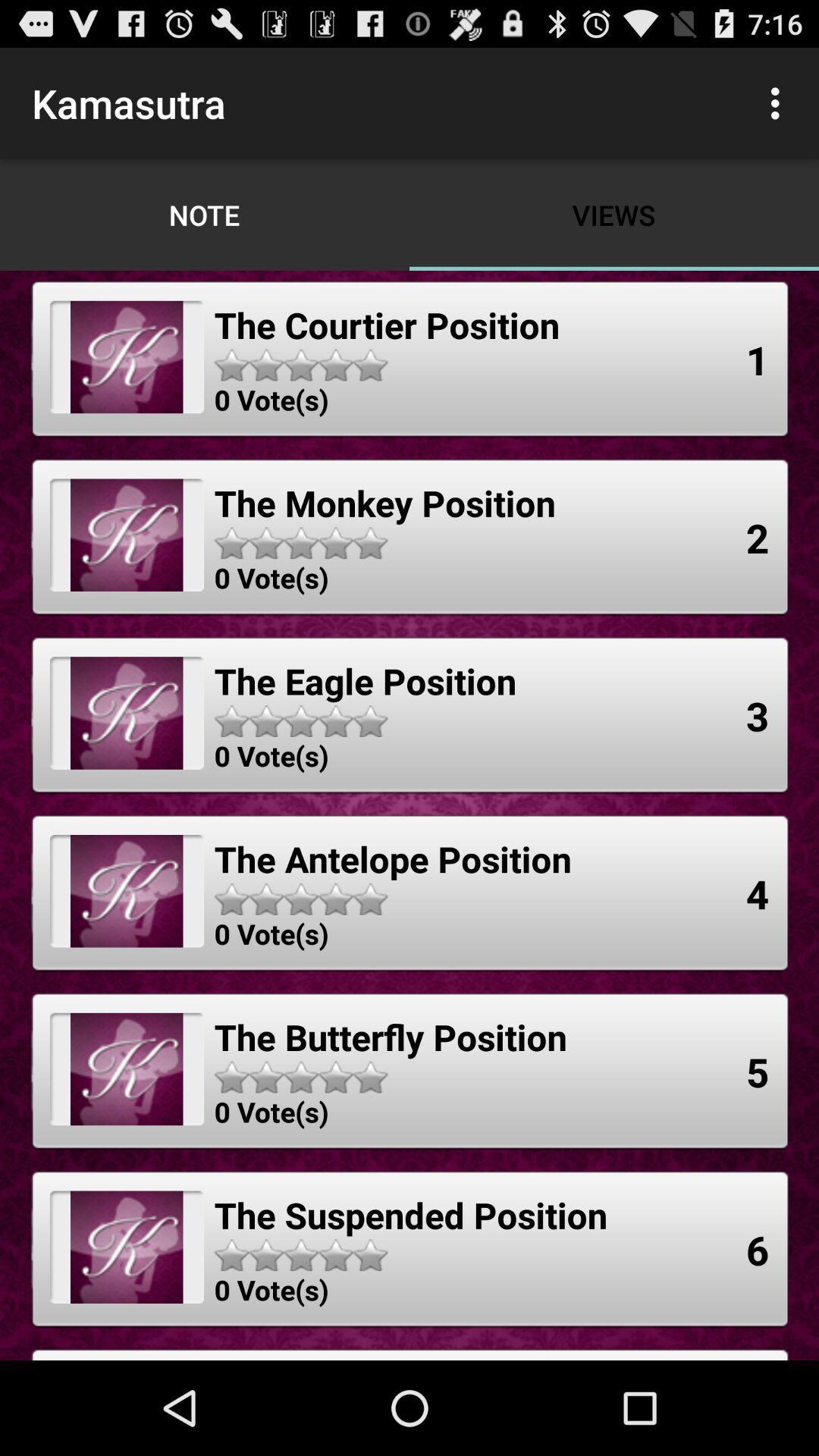  Describe the element at coordinates (392, 858) in the screenshot. I see `item below the 0 vote(s) icon` at that location.